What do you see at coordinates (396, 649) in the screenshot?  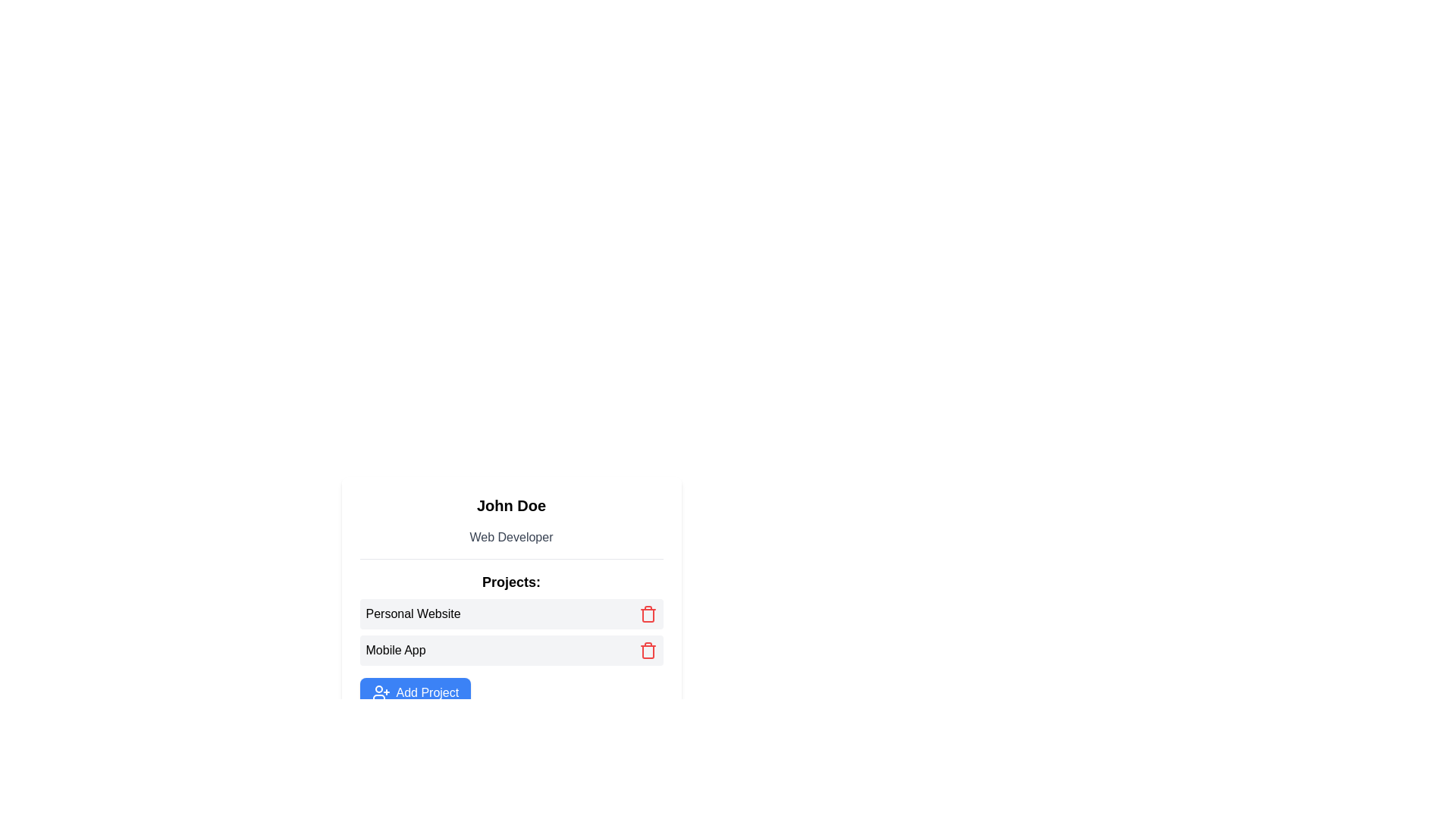 I see `the 'Mobile App' text label, which is styled in a dark color and is positioned` at bounding box center [396, 649].